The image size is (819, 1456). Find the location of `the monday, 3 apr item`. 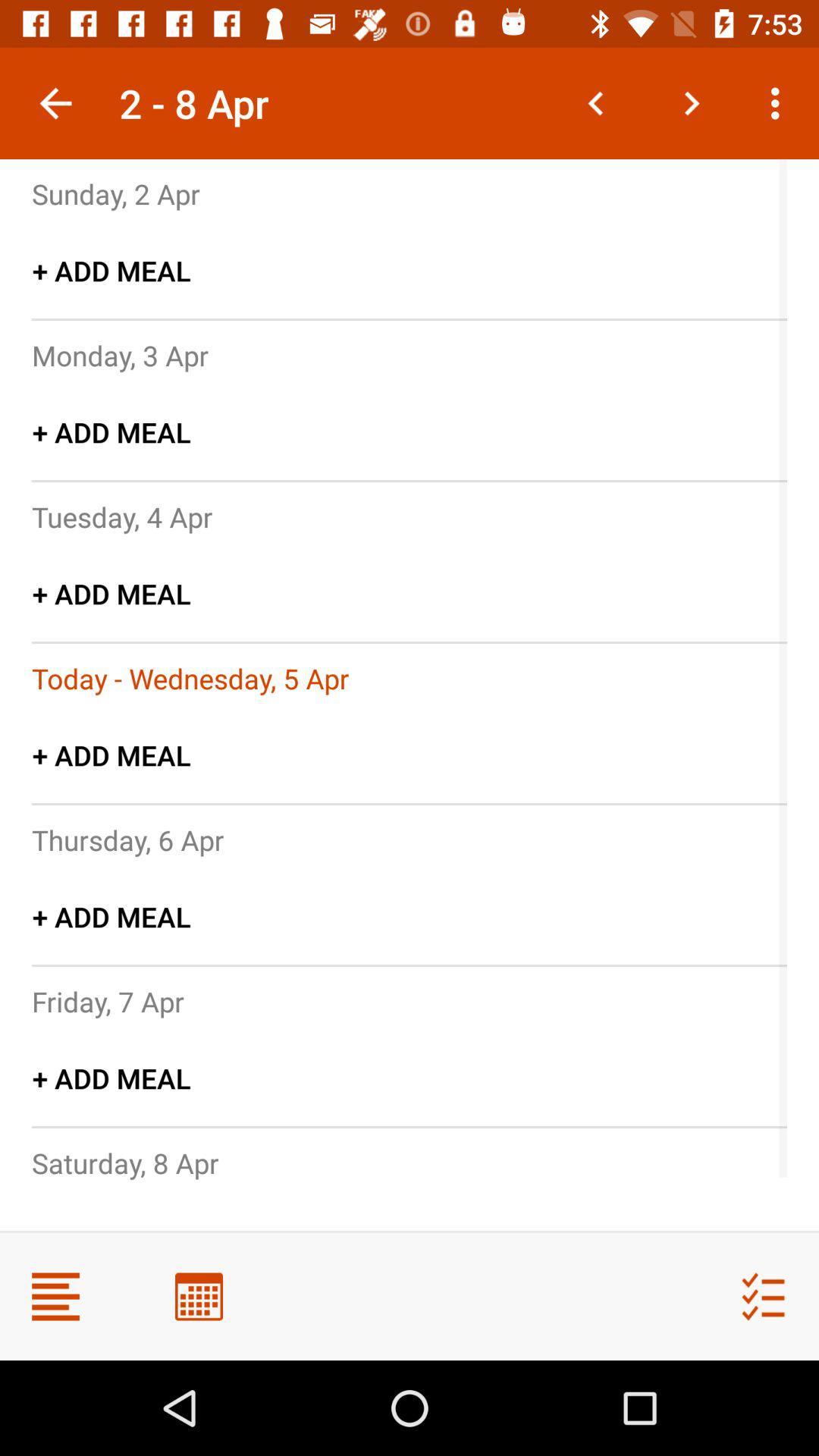

the monday, 3 apr item is located at coordinates (119, 354).